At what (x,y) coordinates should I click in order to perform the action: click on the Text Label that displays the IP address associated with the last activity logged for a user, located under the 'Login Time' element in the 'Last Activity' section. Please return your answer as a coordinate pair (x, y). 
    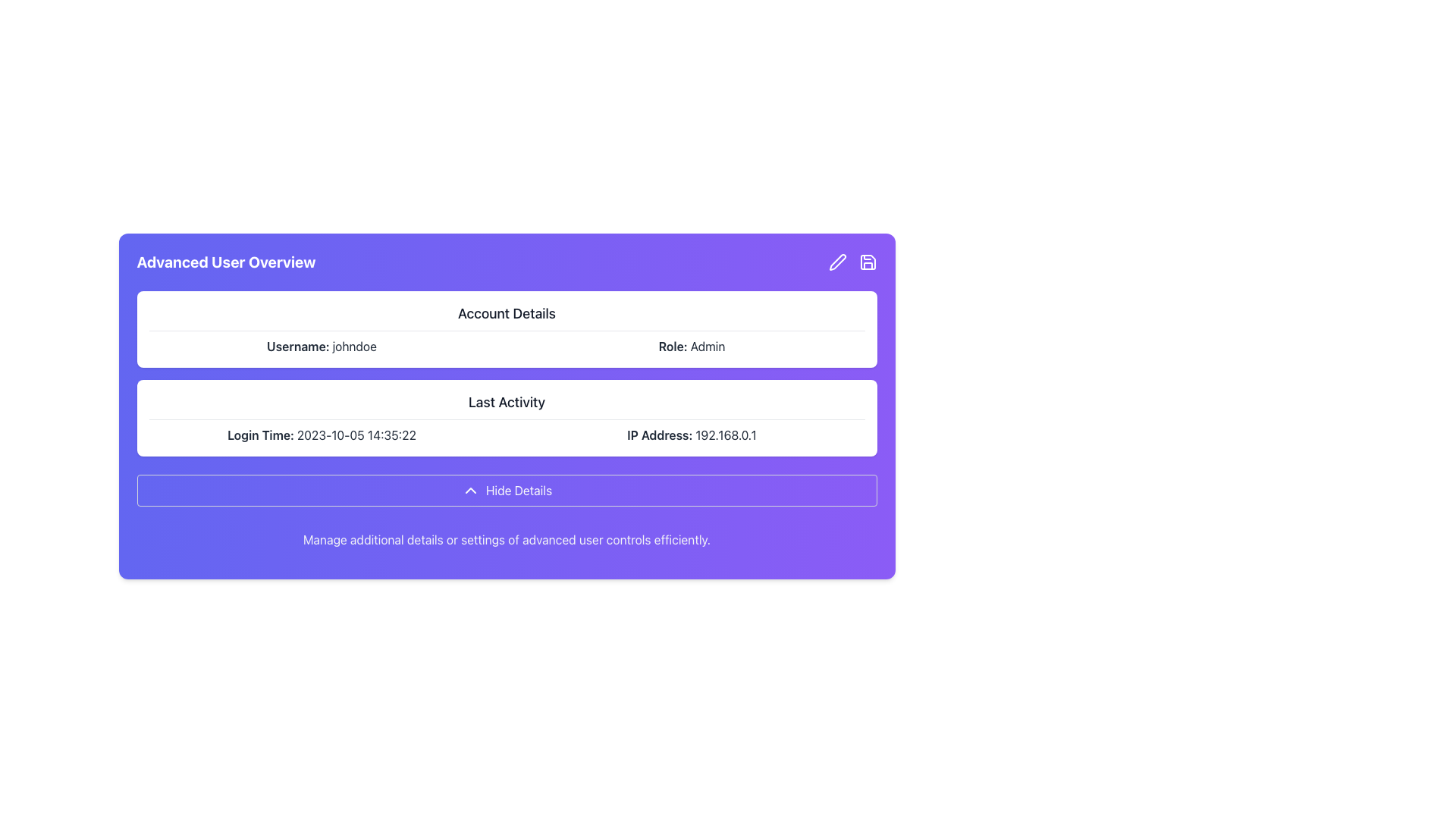
    Looking at the image, I should click on (691, 435).